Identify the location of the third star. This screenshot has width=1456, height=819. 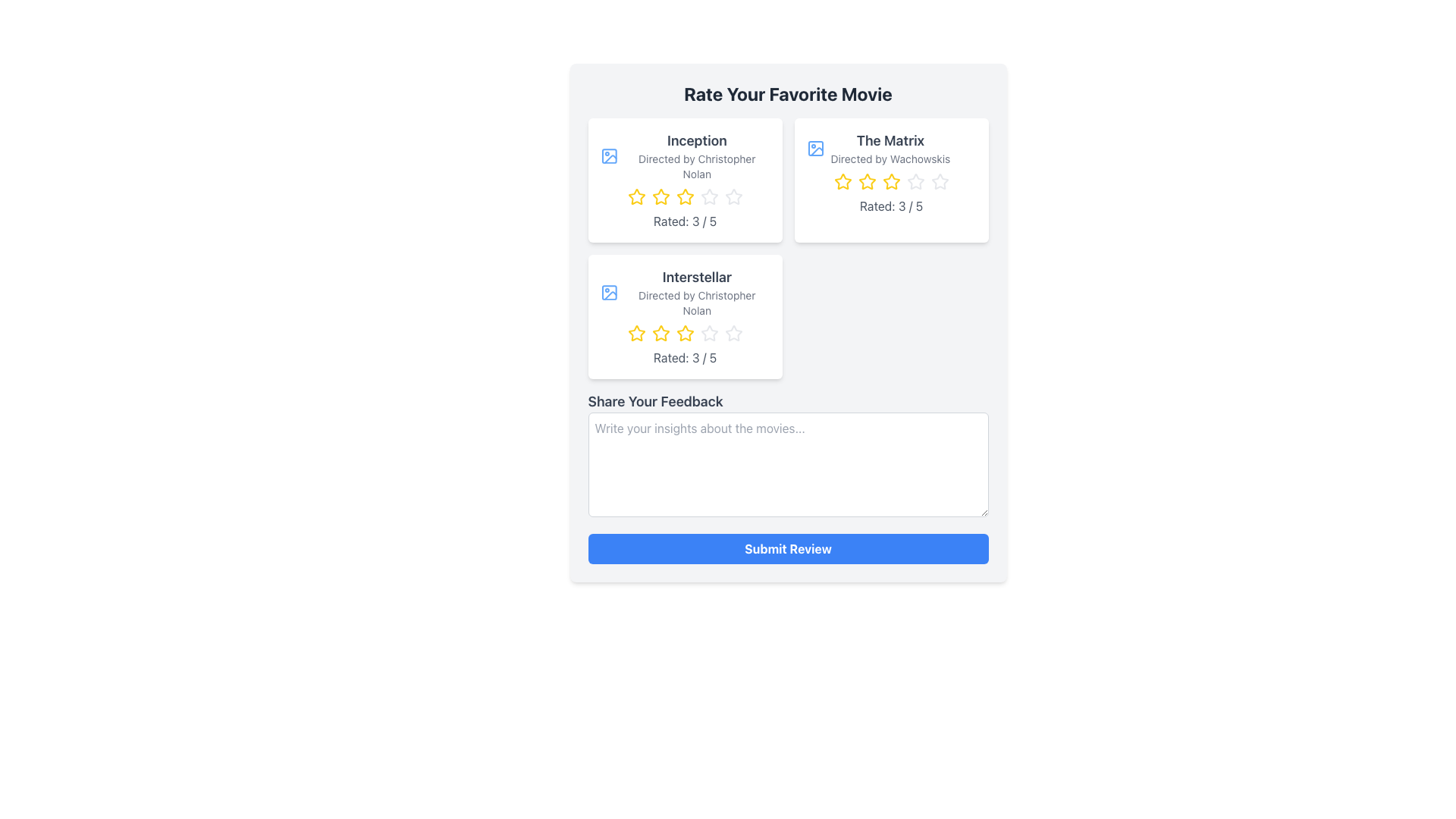
(684, 332).